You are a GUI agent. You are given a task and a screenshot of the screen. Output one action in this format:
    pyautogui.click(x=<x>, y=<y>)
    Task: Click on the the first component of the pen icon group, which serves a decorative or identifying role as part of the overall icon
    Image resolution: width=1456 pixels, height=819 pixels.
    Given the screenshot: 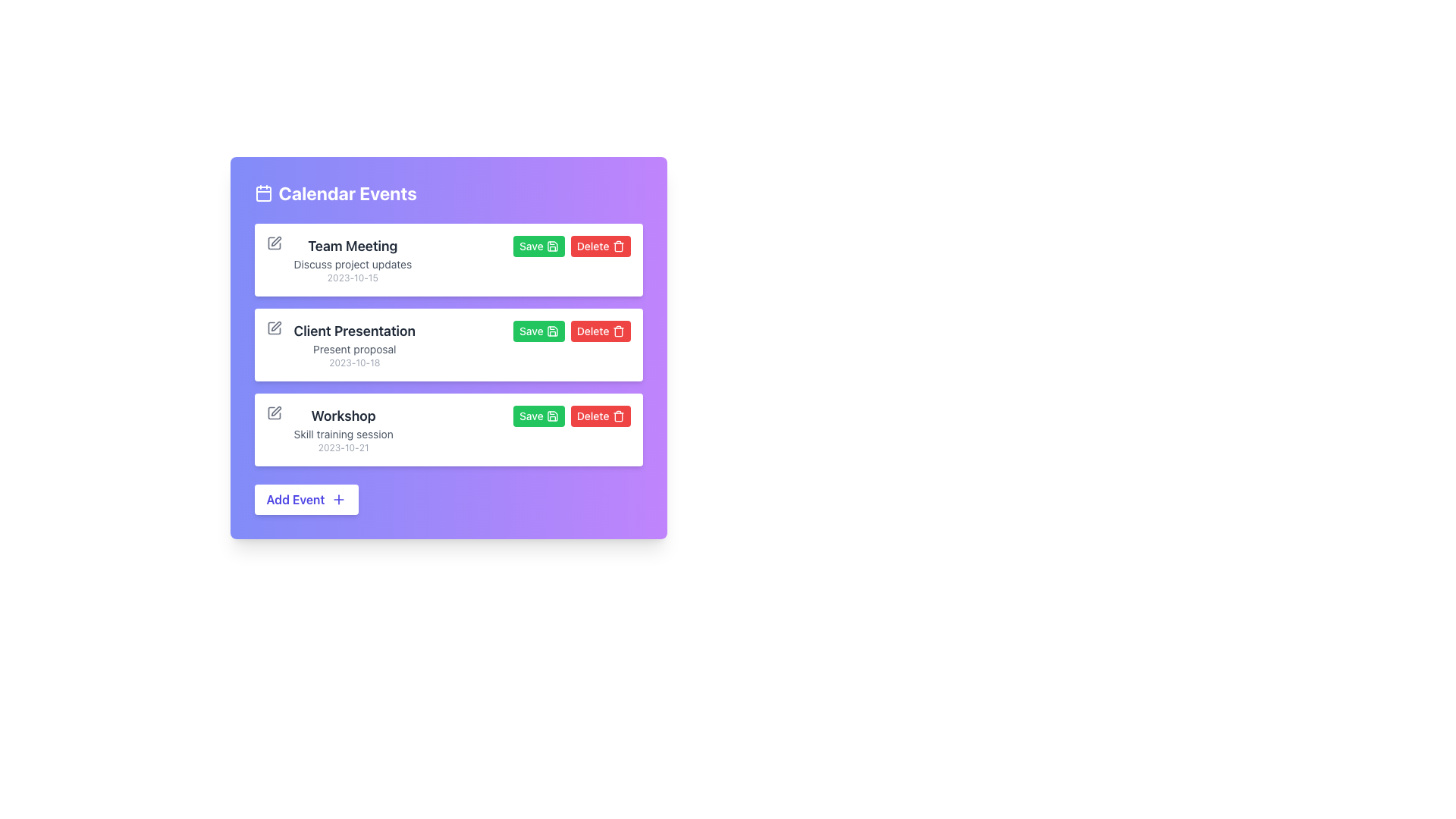 What is the action you would take?
    pyautogui.click(x=274, y=327)
    